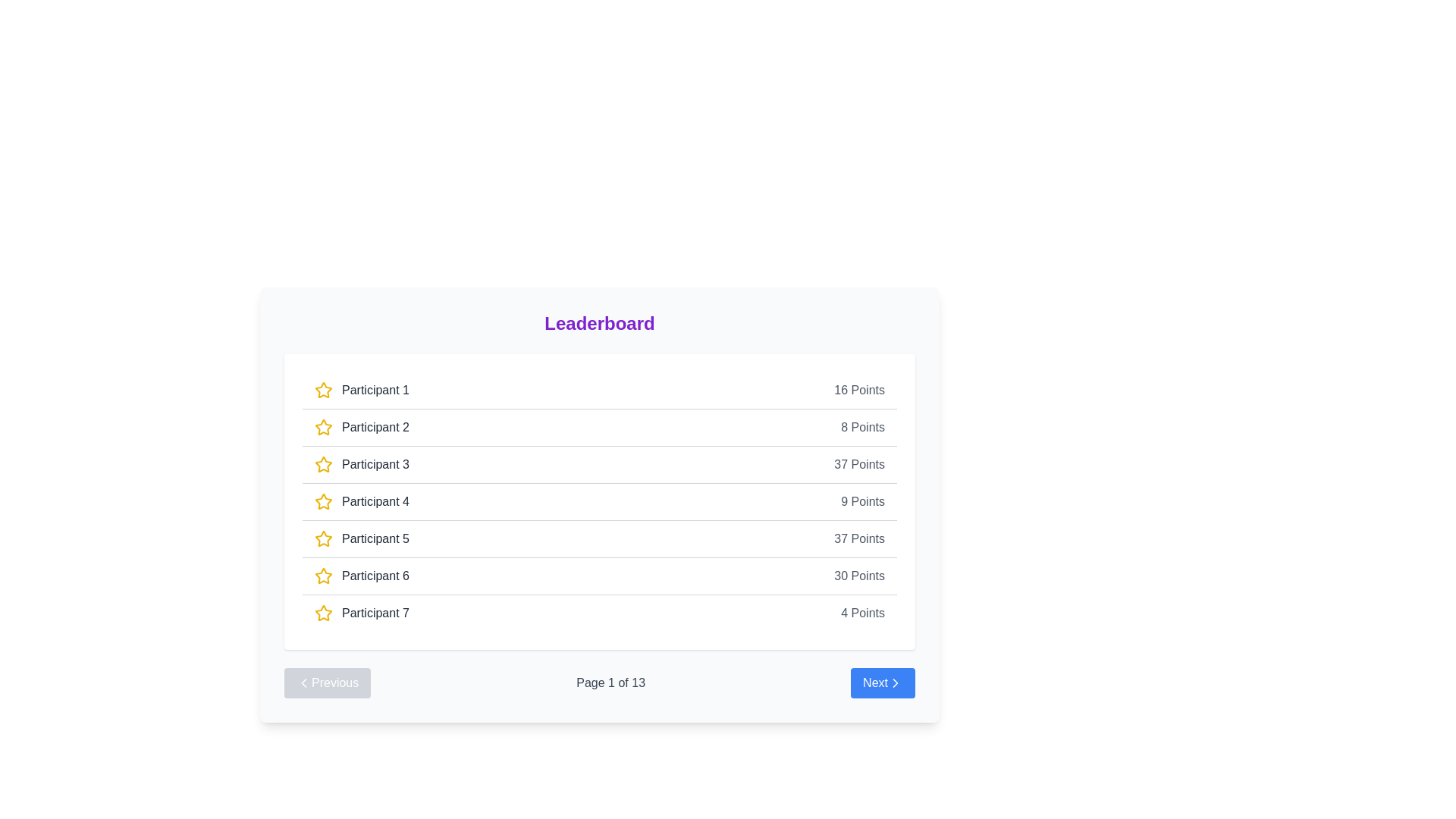  Describe the element at coordinates (323, 613) in the screenshot. I see `the star-shaped outline icon with a golden-yellow color located beside the text label 'Participant 7' in the leaderboard` at that location.